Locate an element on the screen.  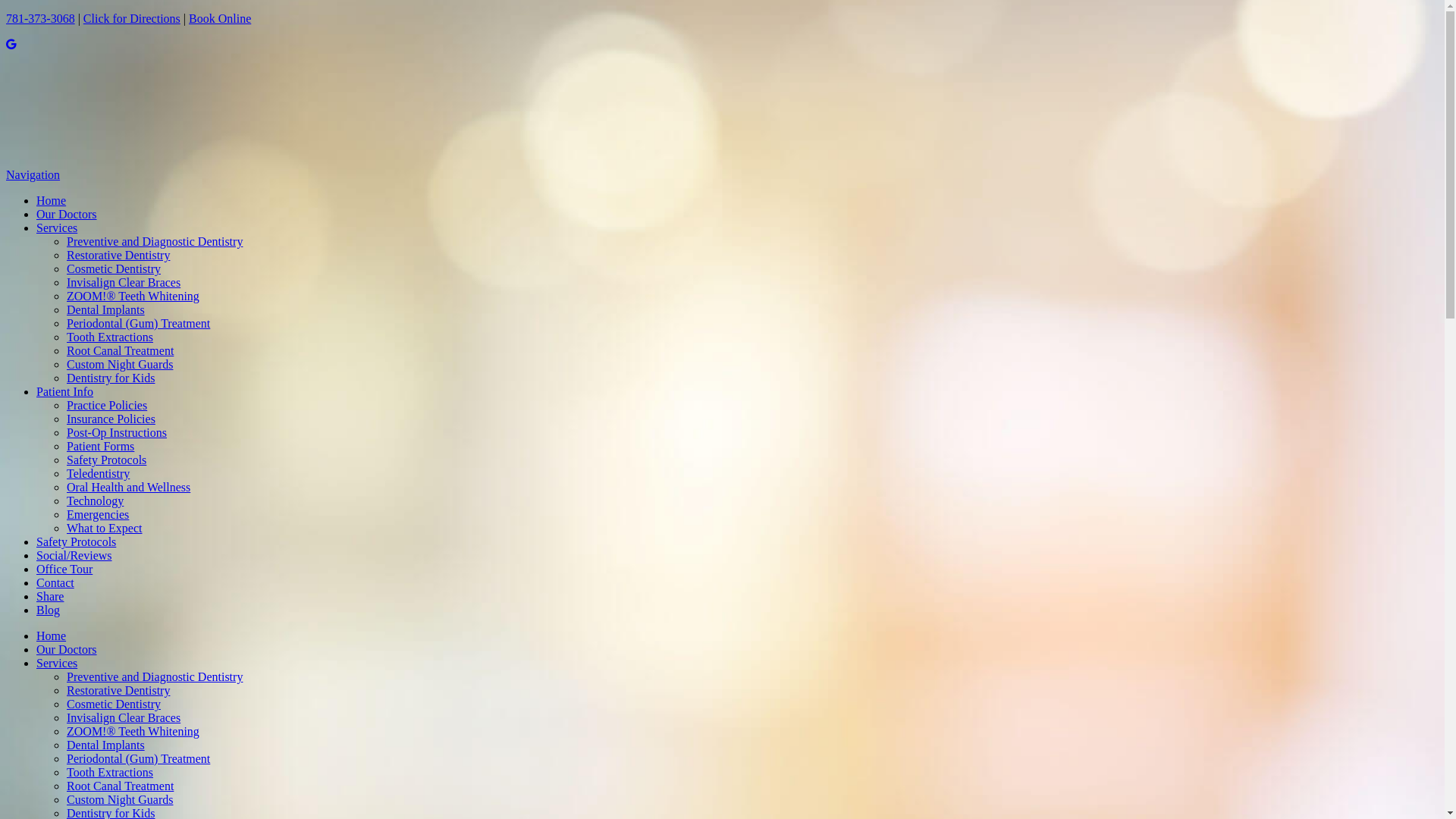
'Safety Protocols' is located at coordinates (36, 541).